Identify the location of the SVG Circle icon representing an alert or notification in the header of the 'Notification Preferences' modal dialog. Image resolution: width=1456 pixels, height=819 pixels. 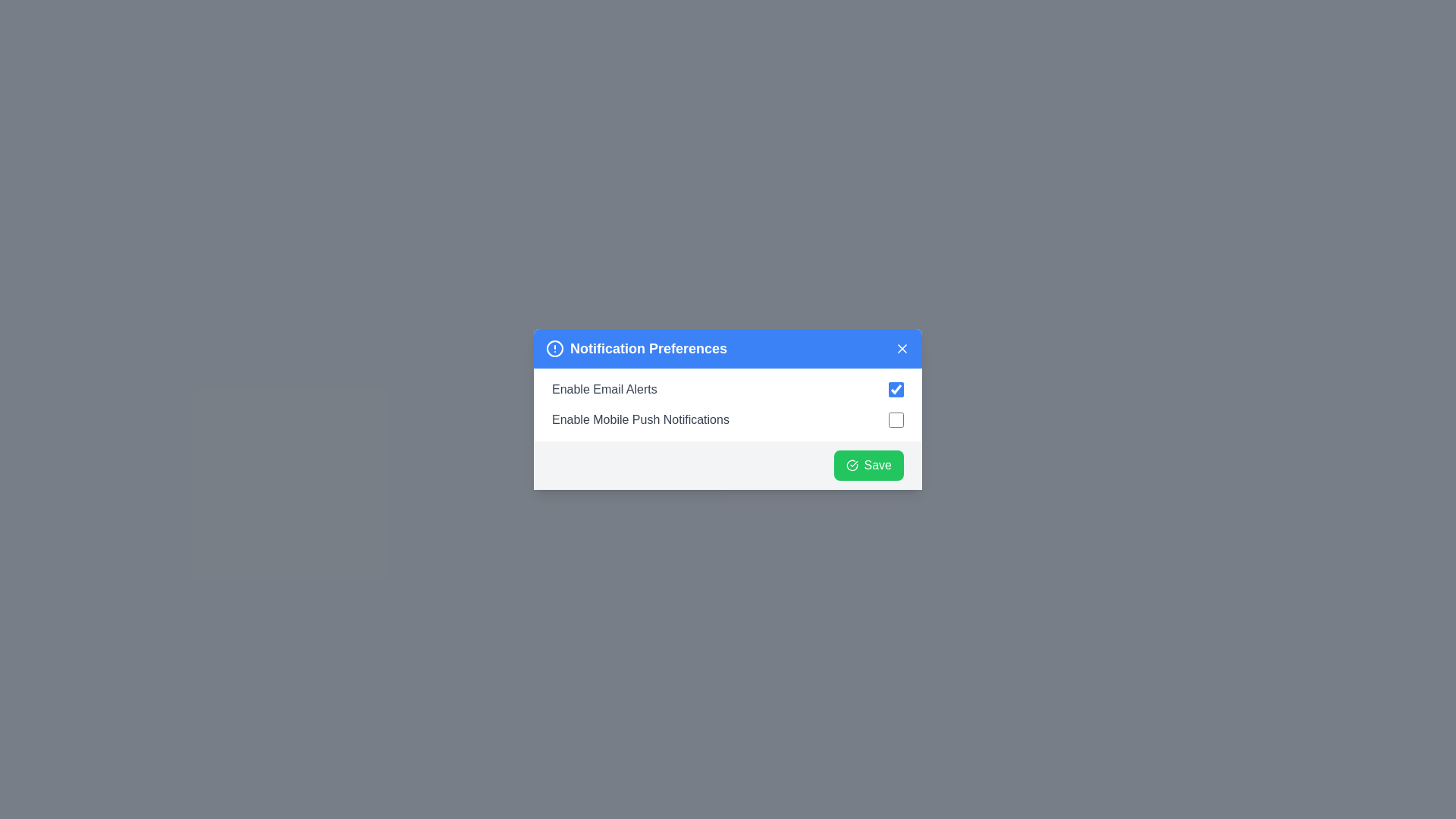
(554, 348).